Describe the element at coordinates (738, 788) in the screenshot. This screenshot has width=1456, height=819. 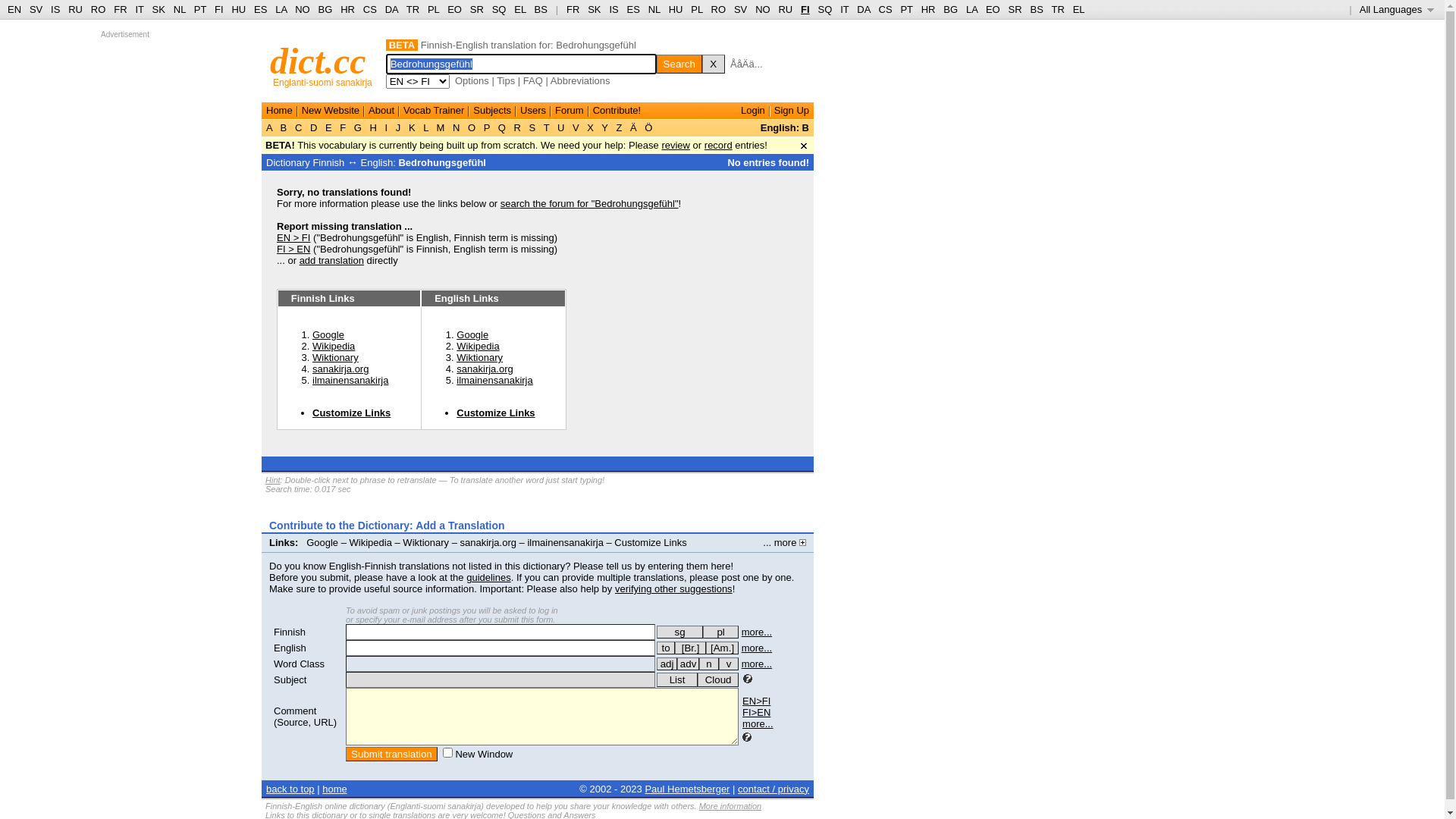
I see `'contact / privacy'` at that location.